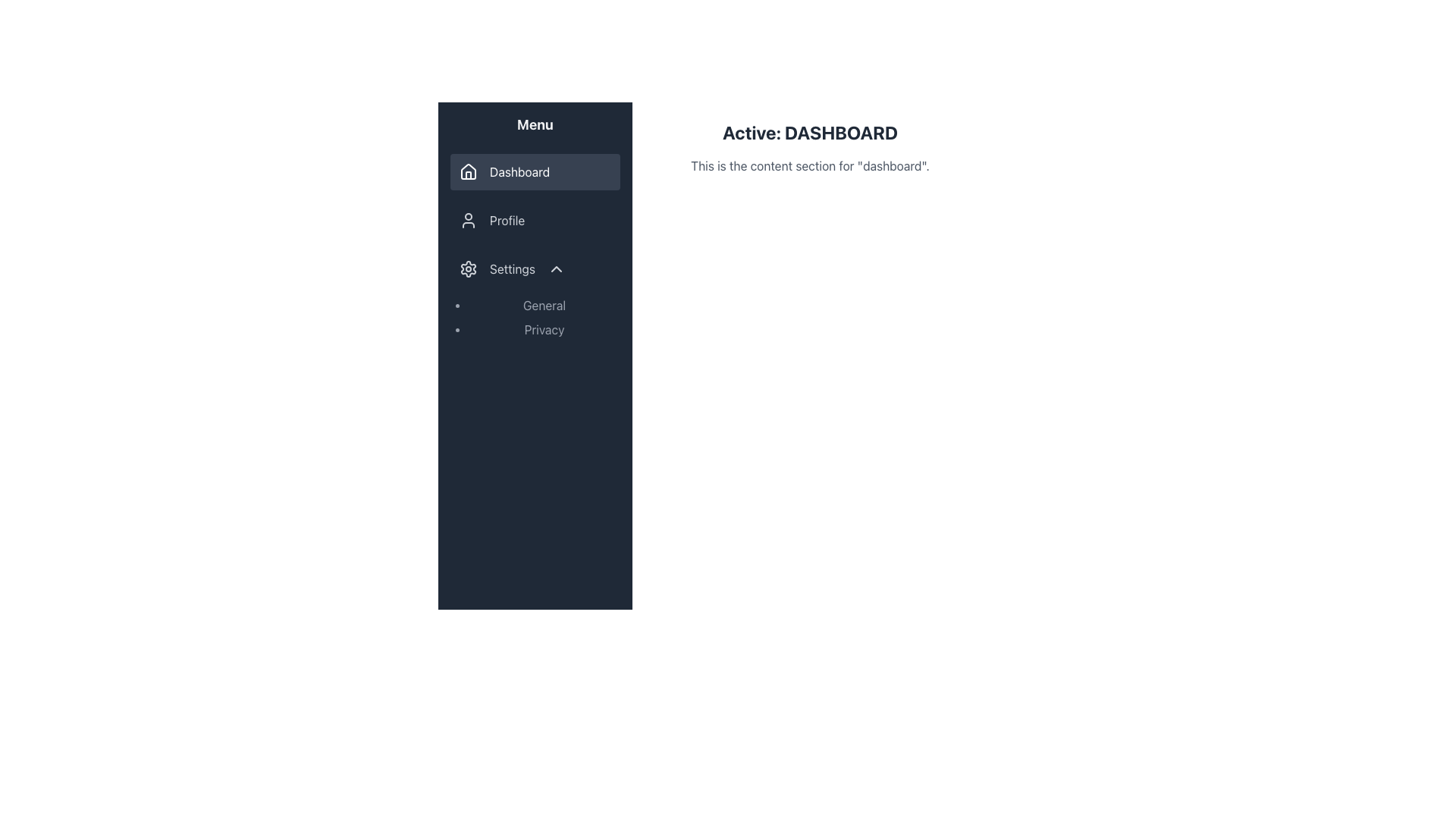 The width and height of the screenshot is (1456, 819). What do you see at coordinates (519, 171) in the screenshot?
I see `the 'Dashboard' text label in the navigation menu` at bounding box center [519, 171].